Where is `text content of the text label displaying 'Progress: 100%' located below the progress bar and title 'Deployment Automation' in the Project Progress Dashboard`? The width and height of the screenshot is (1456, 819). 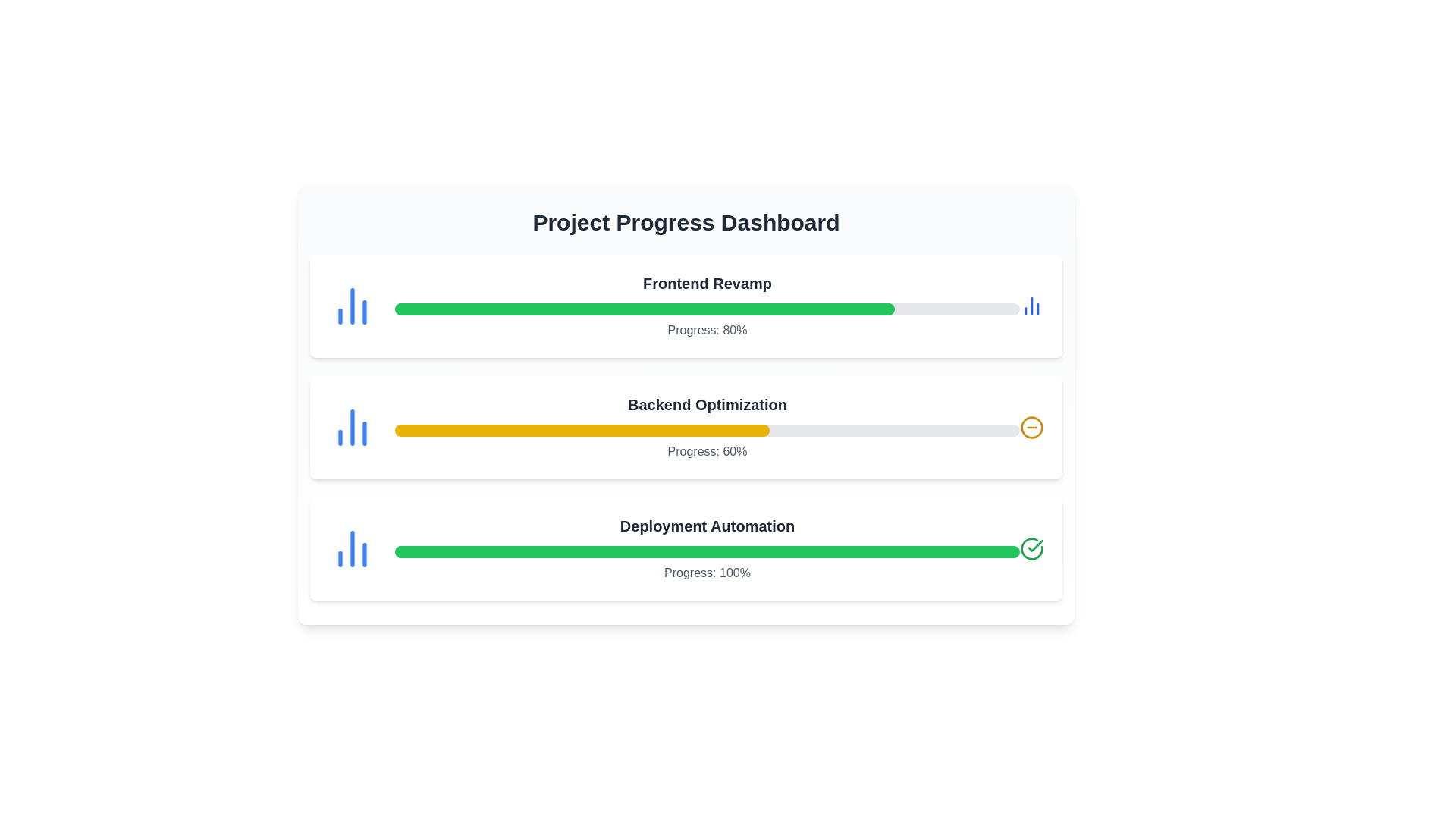
text content of the text label displaying 'Progress: 100%' located below the progress bar and title 'Deployment Automation' in the Project Progress Dashboard is located at coordinates (706, 573).